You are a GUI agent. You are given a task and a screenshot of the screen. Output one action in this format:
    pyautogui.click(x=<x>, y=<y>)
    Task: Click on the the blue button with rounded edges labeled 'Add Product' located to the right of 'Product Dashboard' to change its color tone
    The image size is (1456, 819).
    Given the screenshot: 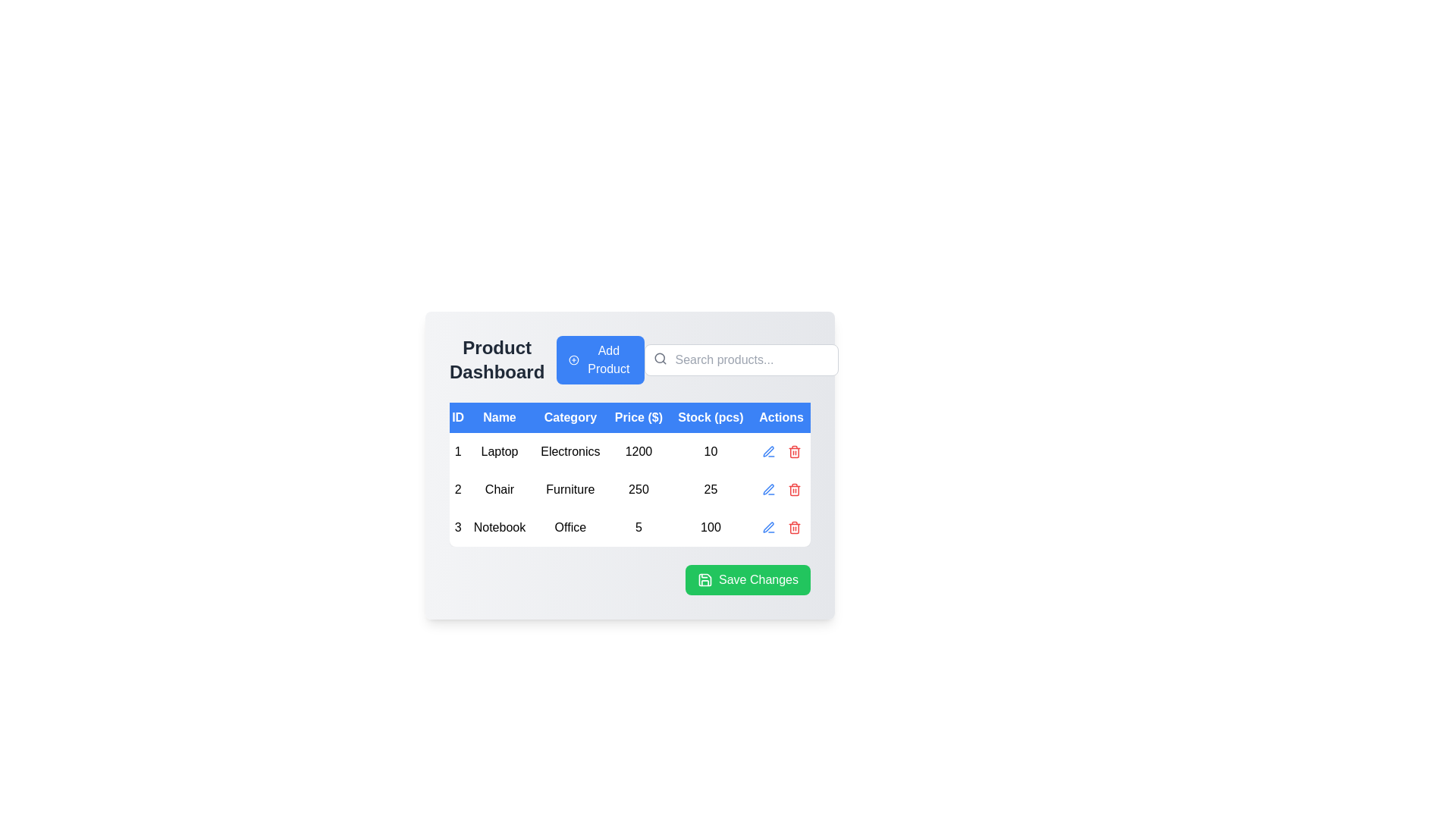 What is the action you would take?
    pyautogui.click(x=600, y=359)
    